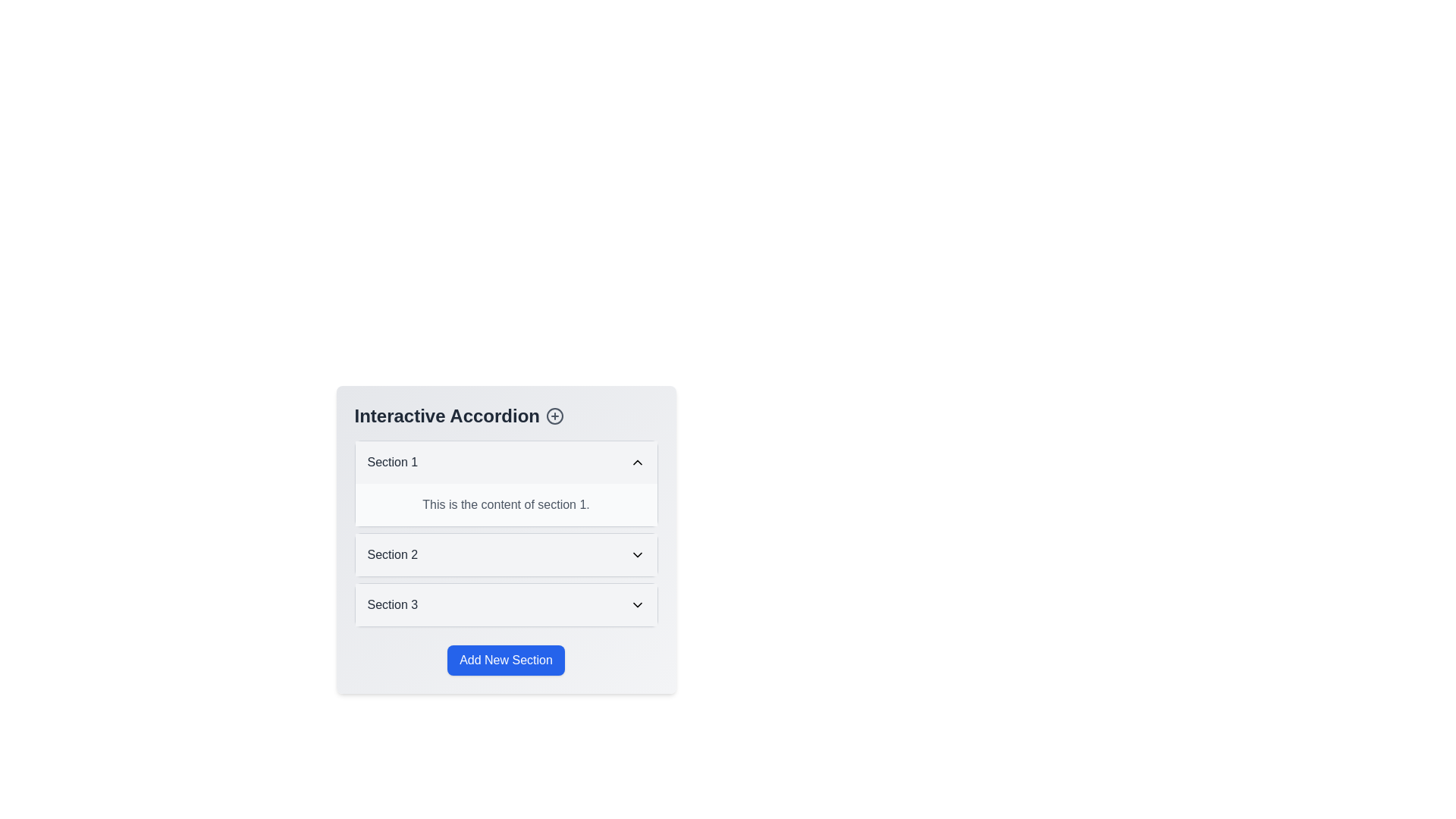  What do you see at coordinates (392, 555) in the screenshot?
I see `the static text label displaying 'Section 2', which is a bold, dark gray text aligned to the left within a light gray rectangular area` at bounding box center [392, 555].